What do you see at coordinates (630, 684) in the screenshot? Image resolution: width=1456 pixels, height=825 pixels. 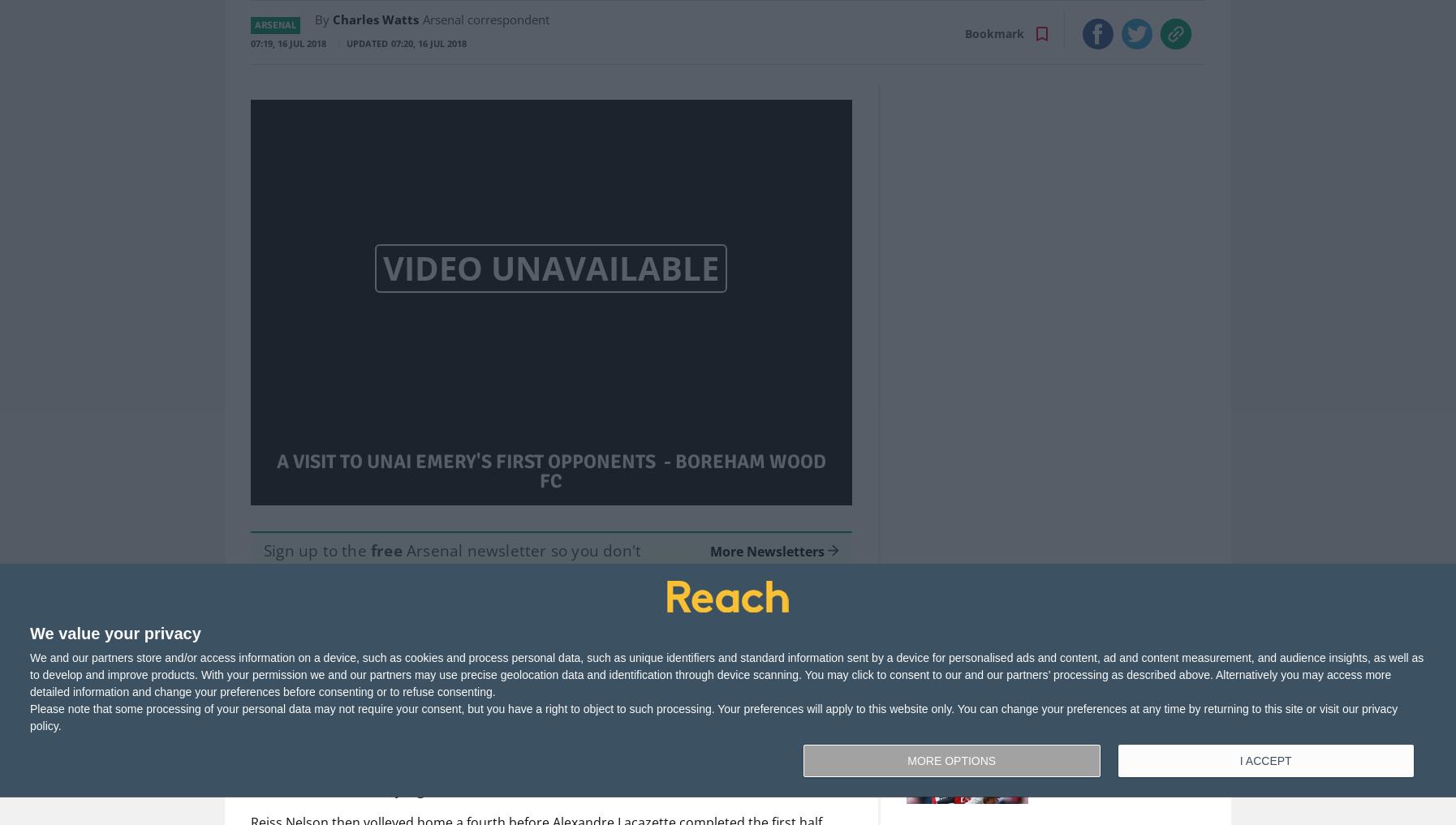 I see `'Story Saved'` at bounding box center [630, 684].